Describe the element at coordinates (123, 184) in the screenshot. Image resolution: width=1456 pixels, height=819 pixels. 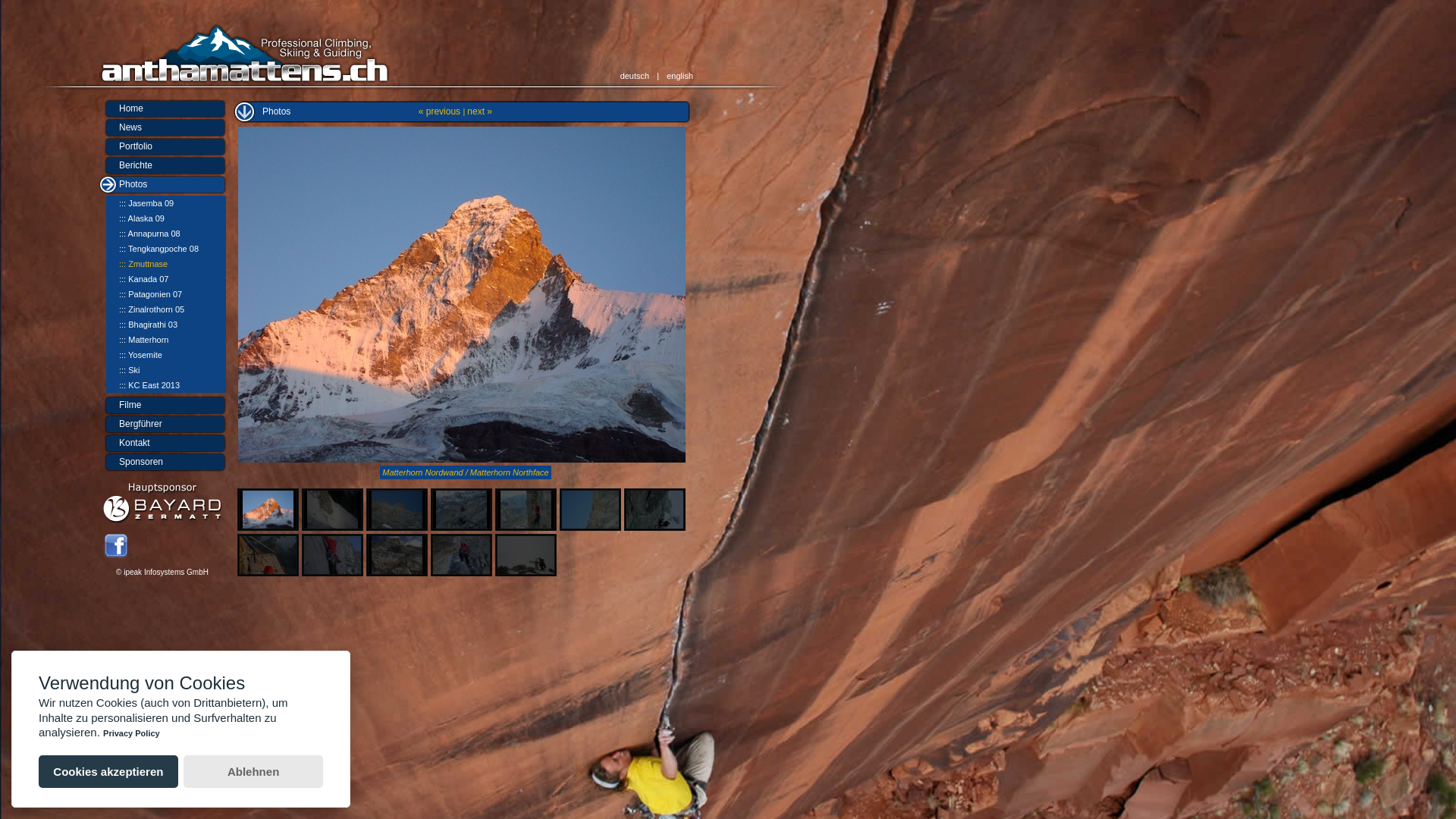
I see `'Photos'` at that location.